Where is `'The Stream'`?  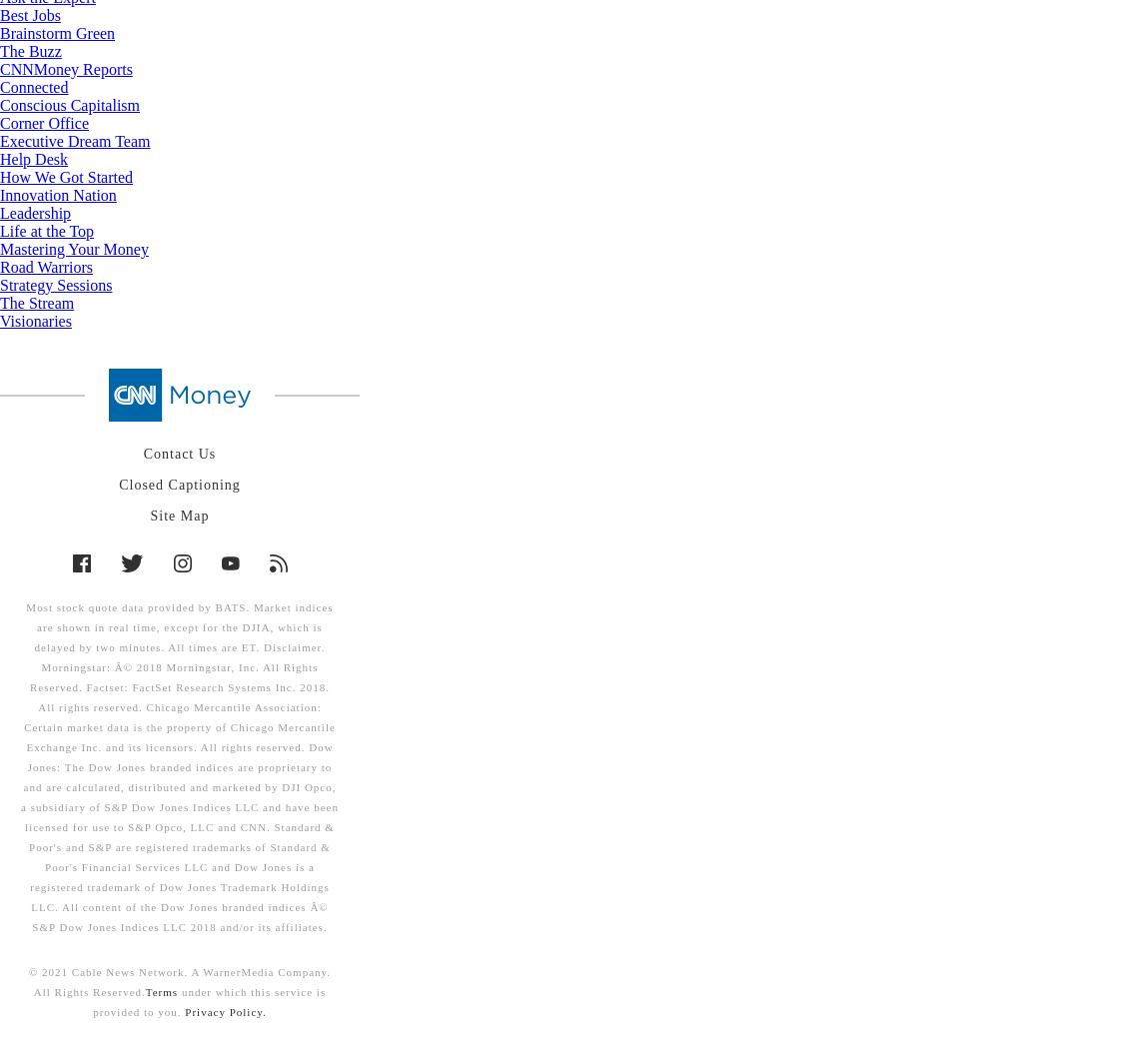 'The Stream' is located at coordinates (37, 302).